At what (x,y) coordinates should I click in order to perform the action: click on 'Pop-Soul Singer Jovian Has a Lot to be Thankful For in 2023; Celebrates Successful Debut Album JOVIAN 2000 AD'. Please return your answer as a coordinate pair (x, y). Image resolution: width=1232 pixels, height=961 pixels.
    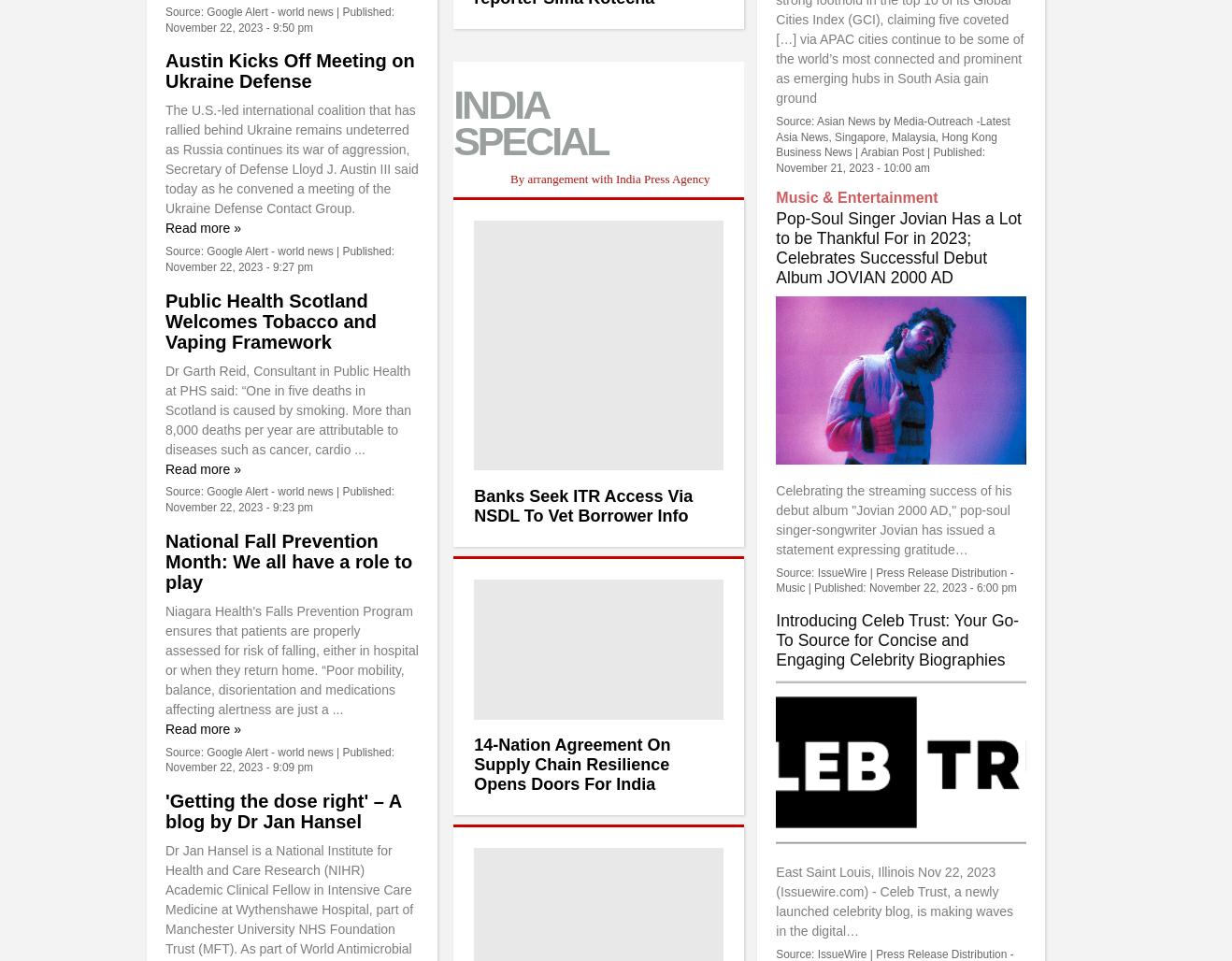
    Looking at the image, I should click on (896, 248).